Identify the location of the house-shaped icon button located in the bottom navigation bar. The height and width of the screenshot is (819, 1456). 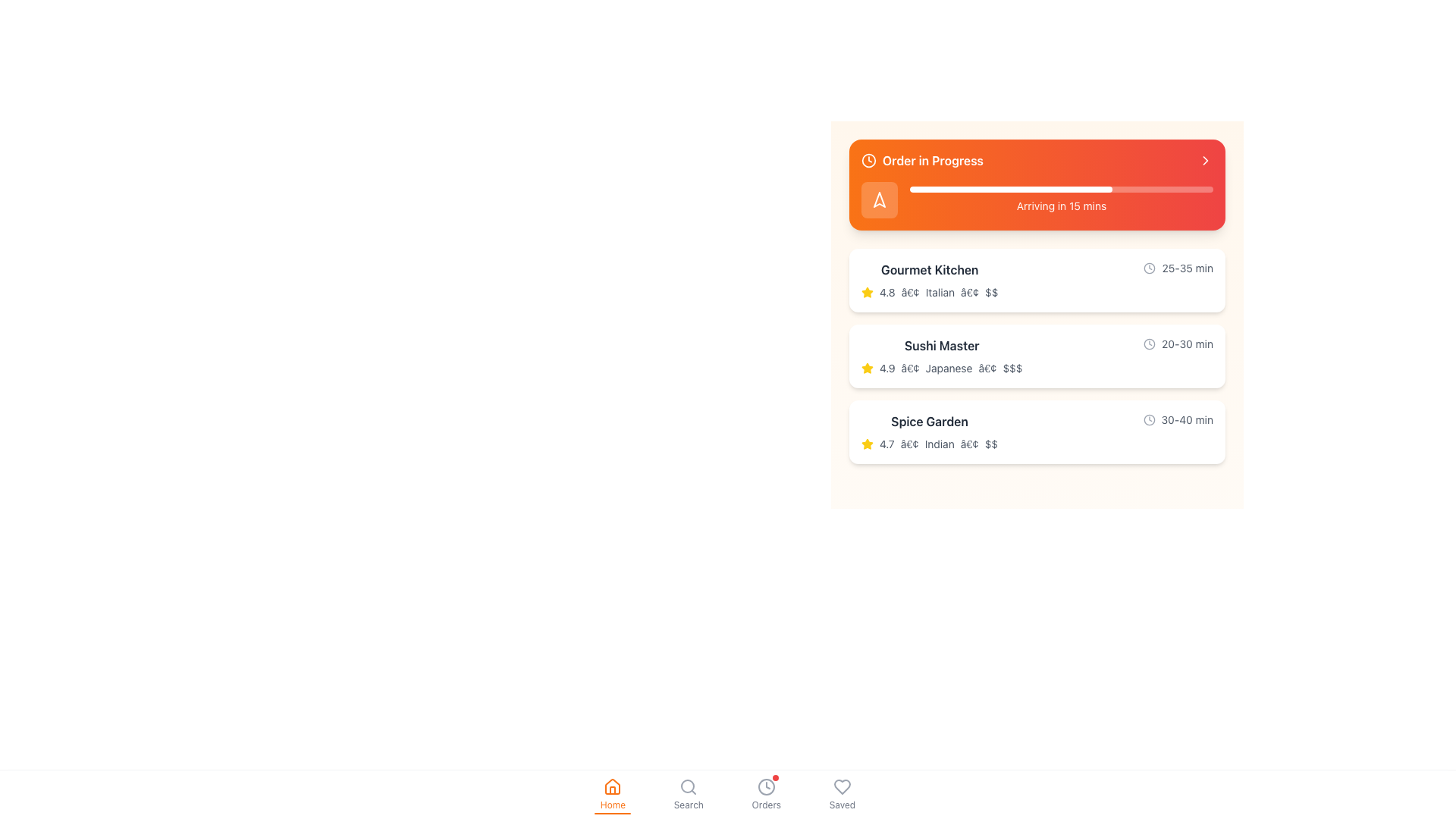
(613, 786).